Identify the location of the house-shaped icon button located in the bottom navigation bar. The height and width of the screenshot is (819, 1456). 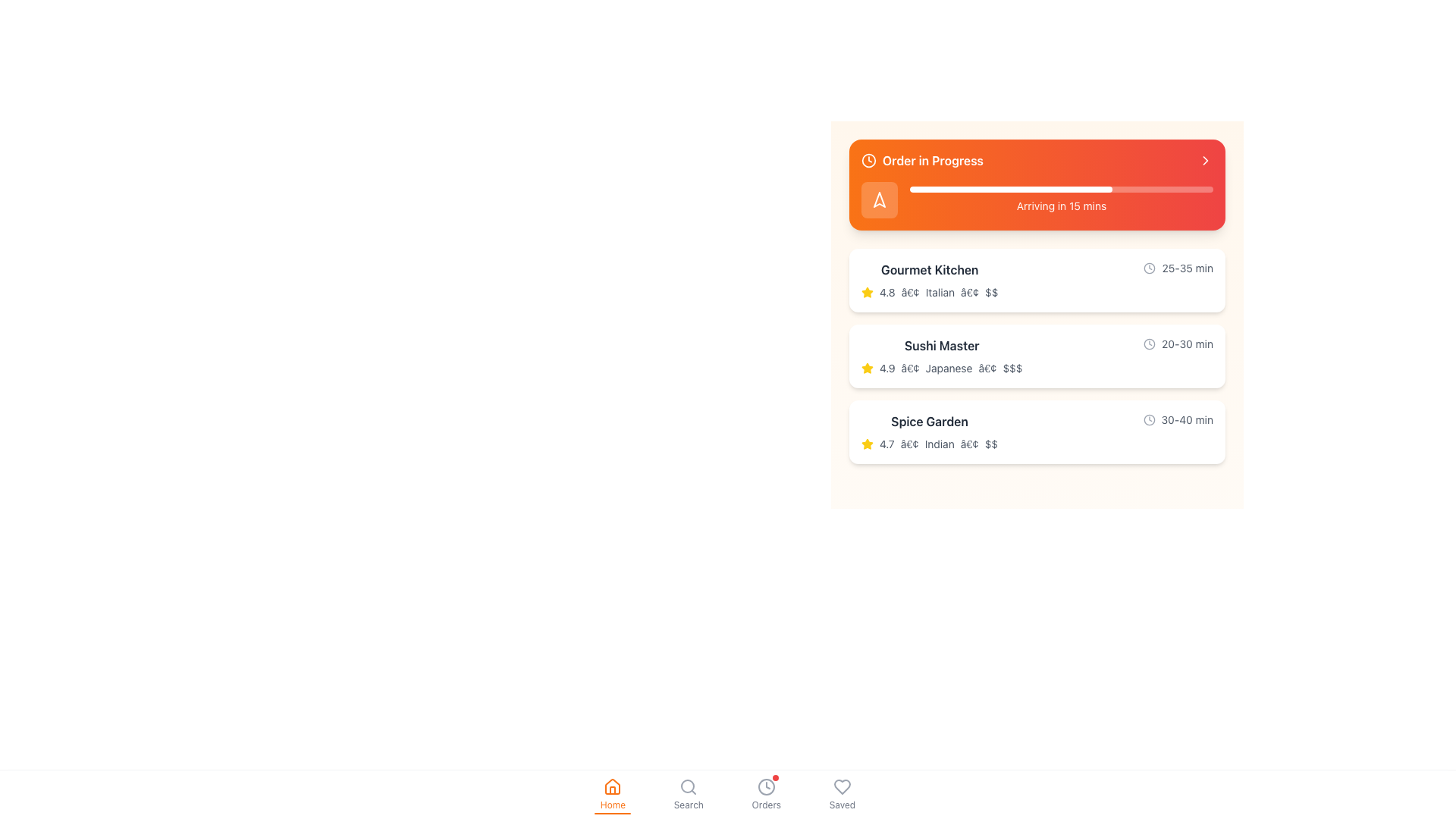
(613, 786).